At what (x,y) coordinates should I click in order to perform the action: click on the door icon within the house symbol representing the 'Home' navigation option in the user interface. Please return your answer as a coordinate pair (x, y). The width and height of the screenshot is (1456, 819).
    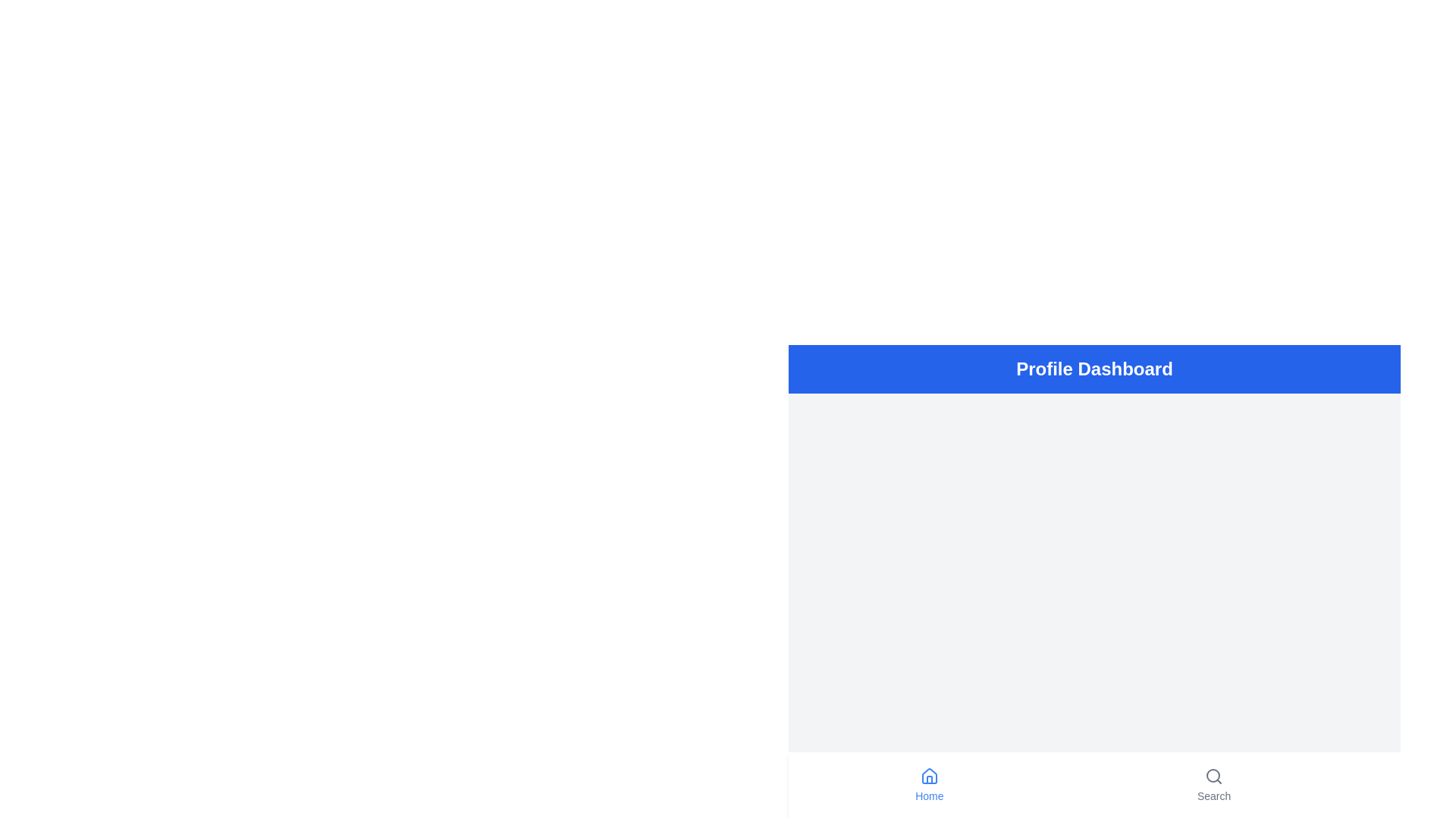
    Looking at the image, I should click on (928, 780).